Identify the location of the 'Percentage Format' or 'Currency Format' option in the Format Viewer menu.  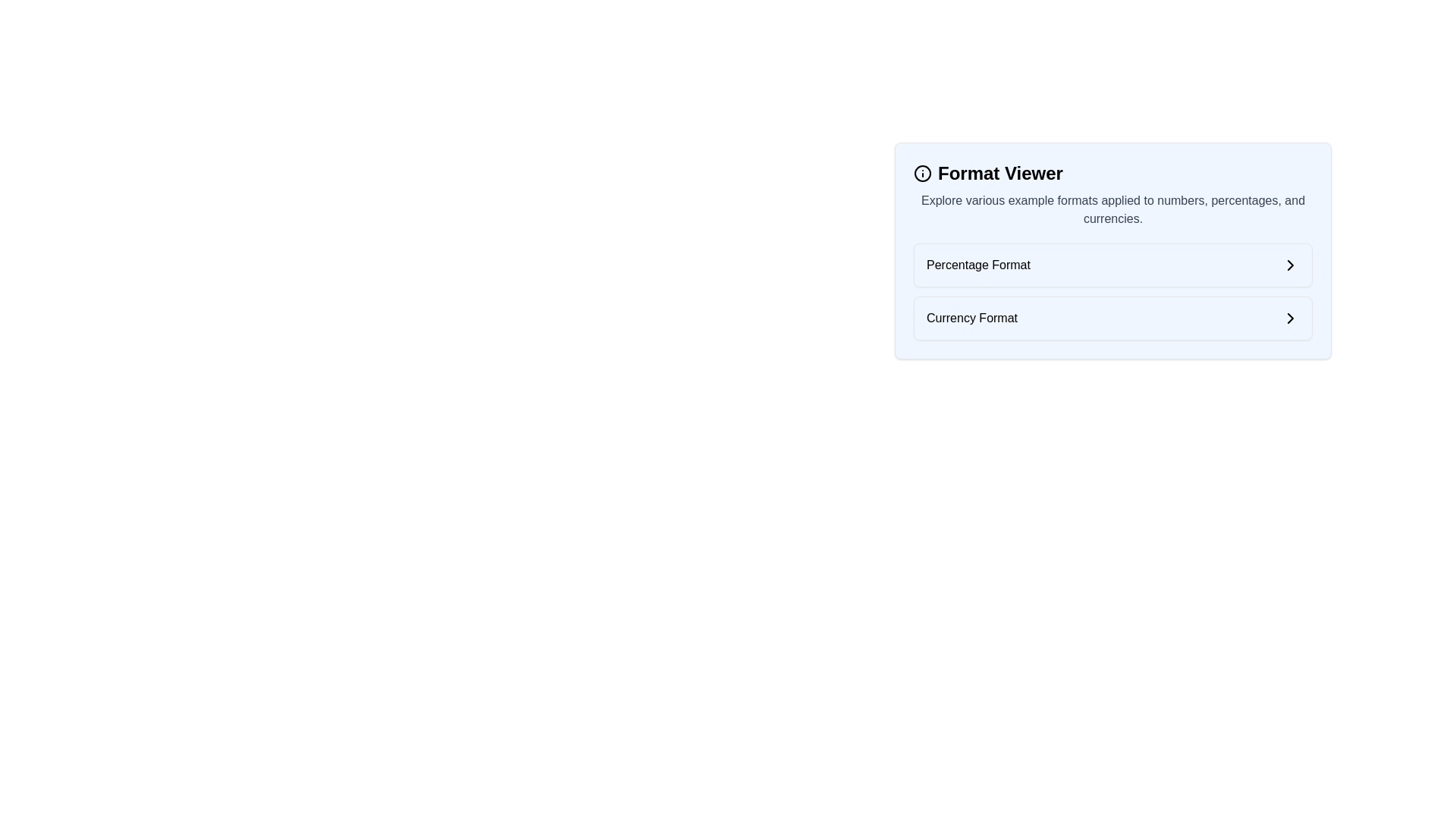
(1113, 292).